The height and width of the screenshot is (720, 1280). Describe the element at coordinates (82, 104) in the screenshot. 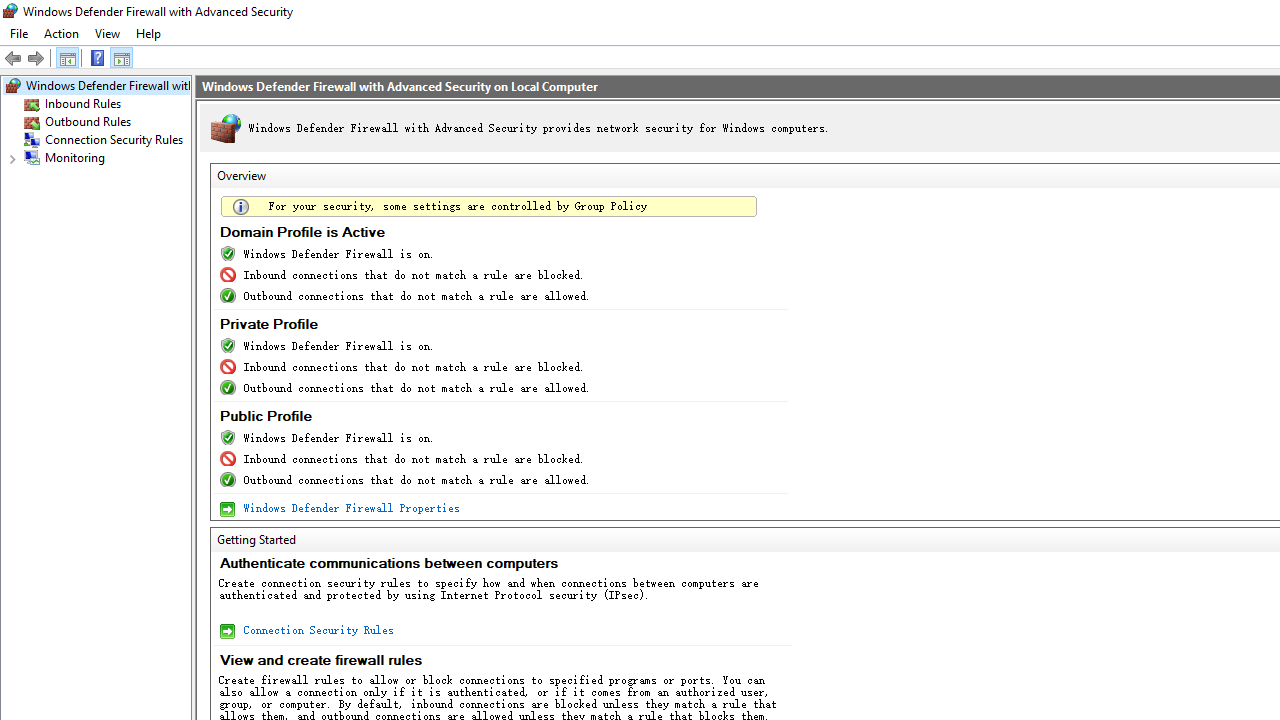

I see `'Inbound Rules'` at that location.